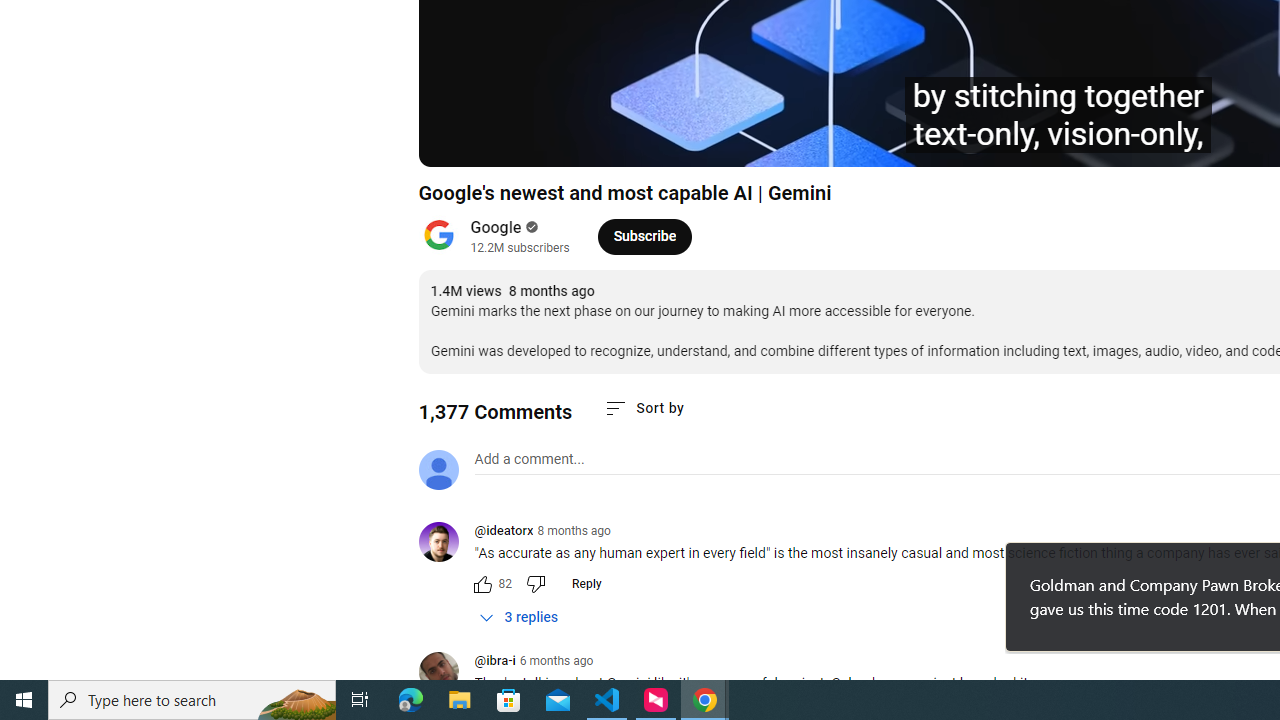  I want to click on '8 months ago', so click(573, 530).